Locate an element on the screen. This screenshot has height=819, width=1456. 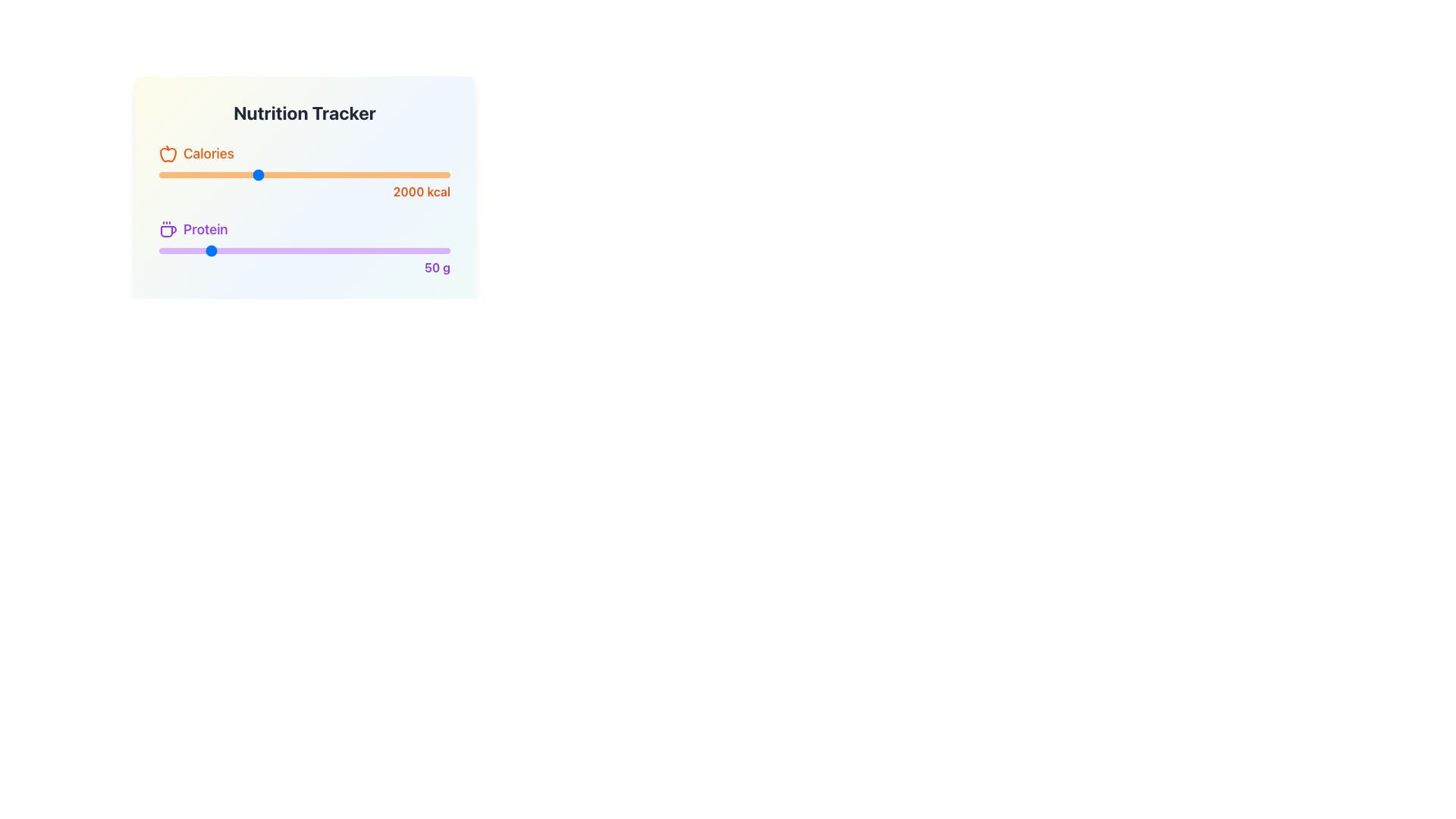
the decorative icon representing the protein section in the nutrition tracker interface, located to the left of the 'Protein' text is located at coordinates (168, 230).